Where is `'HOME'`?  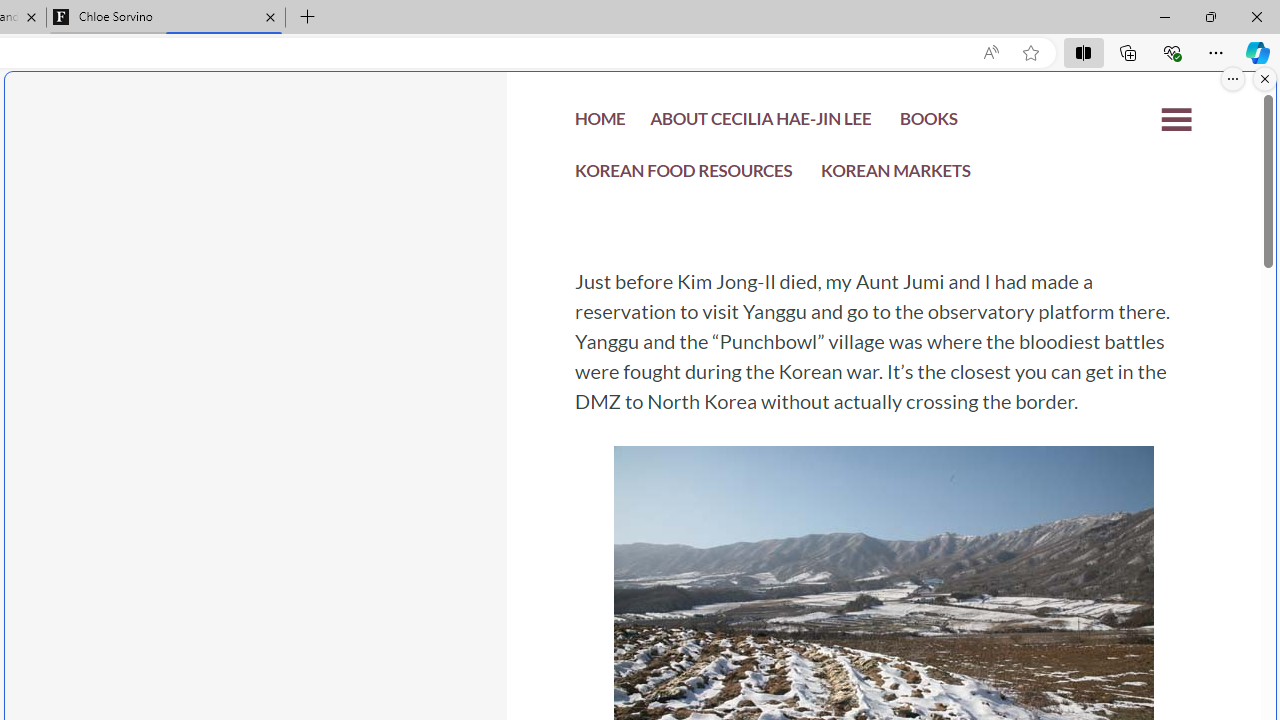
'HOME' is located at coordinates (599, 122).